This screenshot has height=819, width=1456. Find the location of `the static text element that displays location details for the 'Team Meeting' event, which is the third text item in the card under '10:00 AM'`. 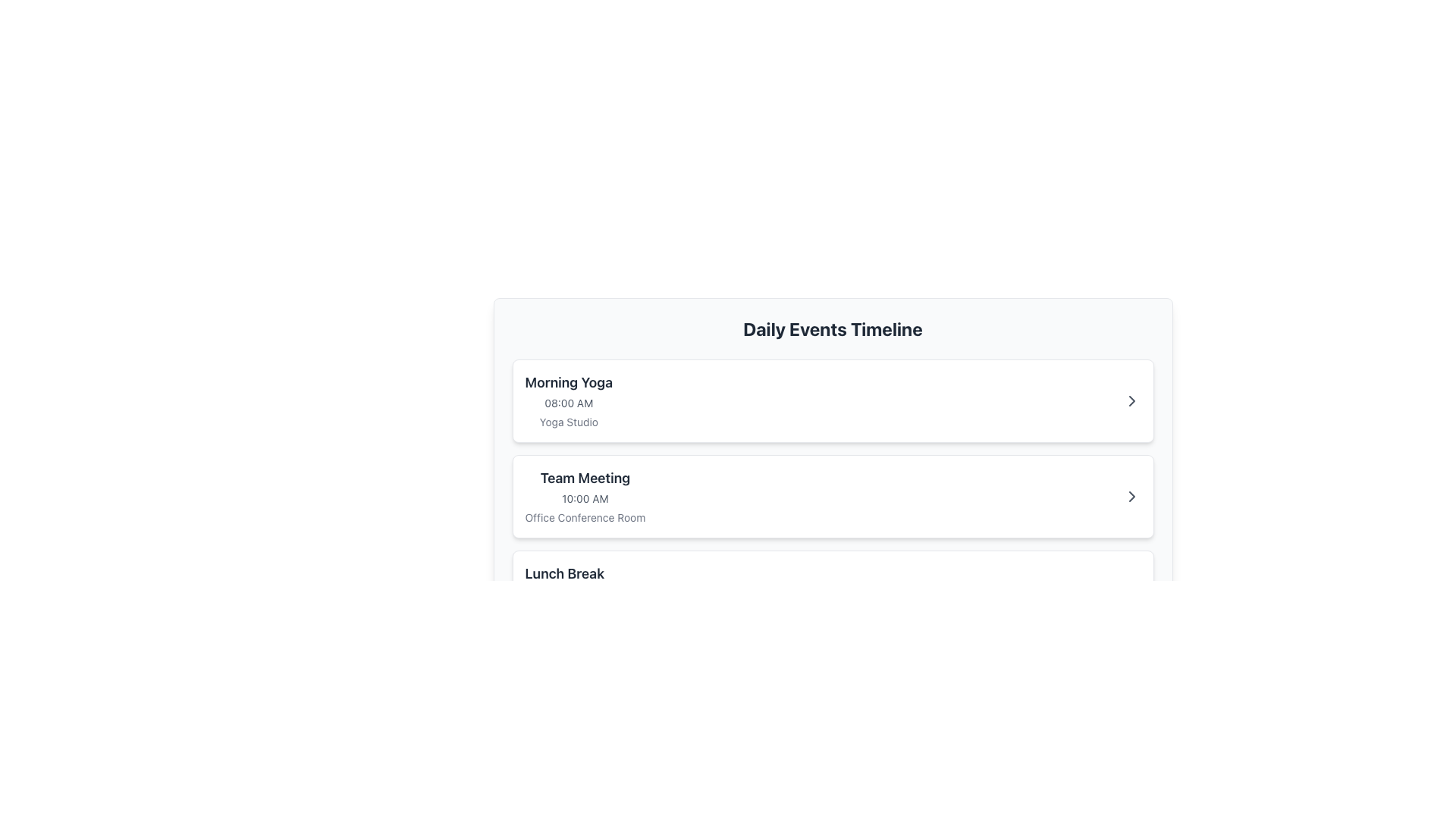

the static text element that displays location details for the 'Team Meeting' event, which is the third text item in the card under '10:00 AM' is located at coordinates (584, 516).